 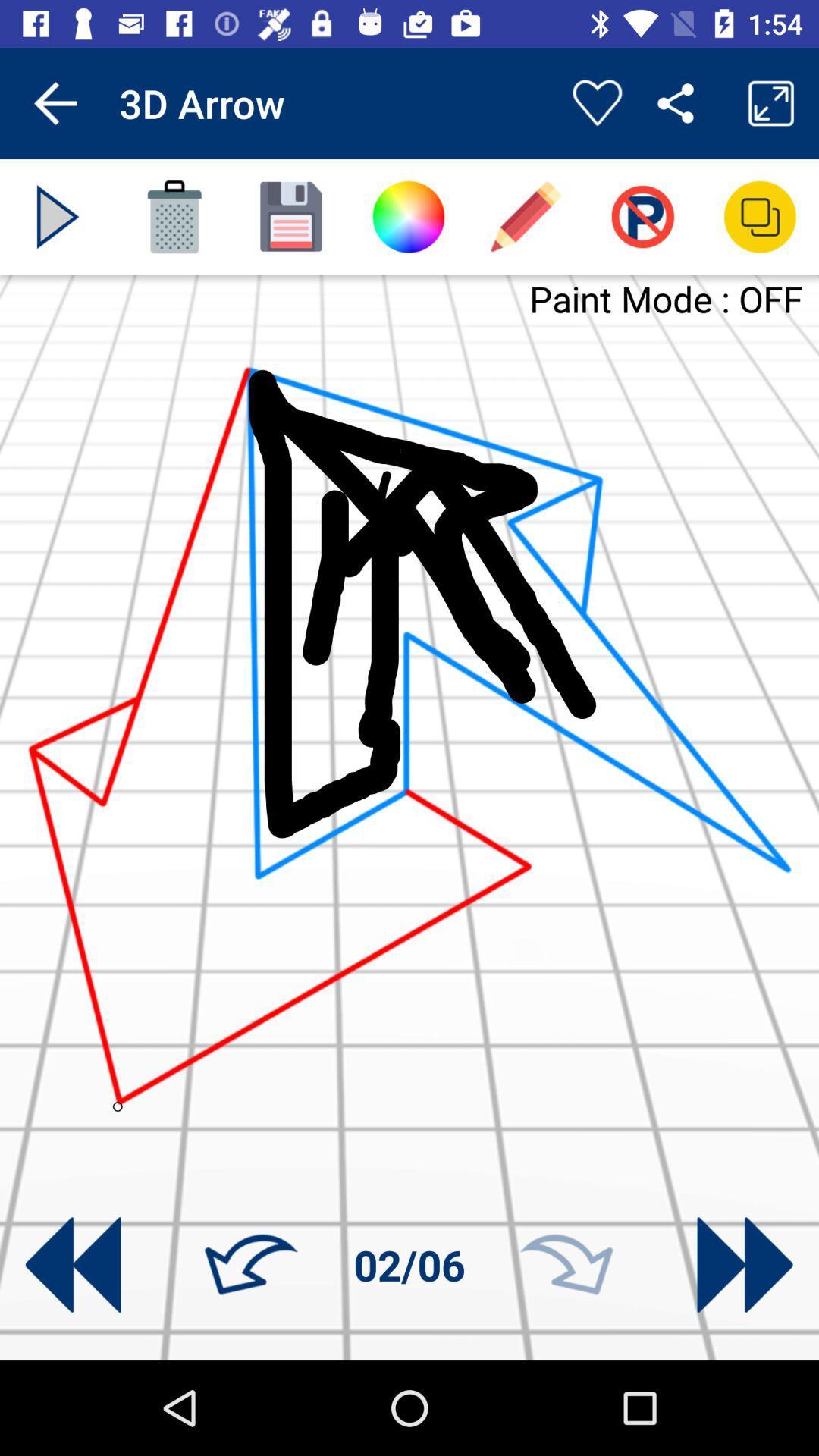 What do you see at coordinates (596, 102) in the screenshot?
I see `mark as favorite` at bounding box center [596, 102].